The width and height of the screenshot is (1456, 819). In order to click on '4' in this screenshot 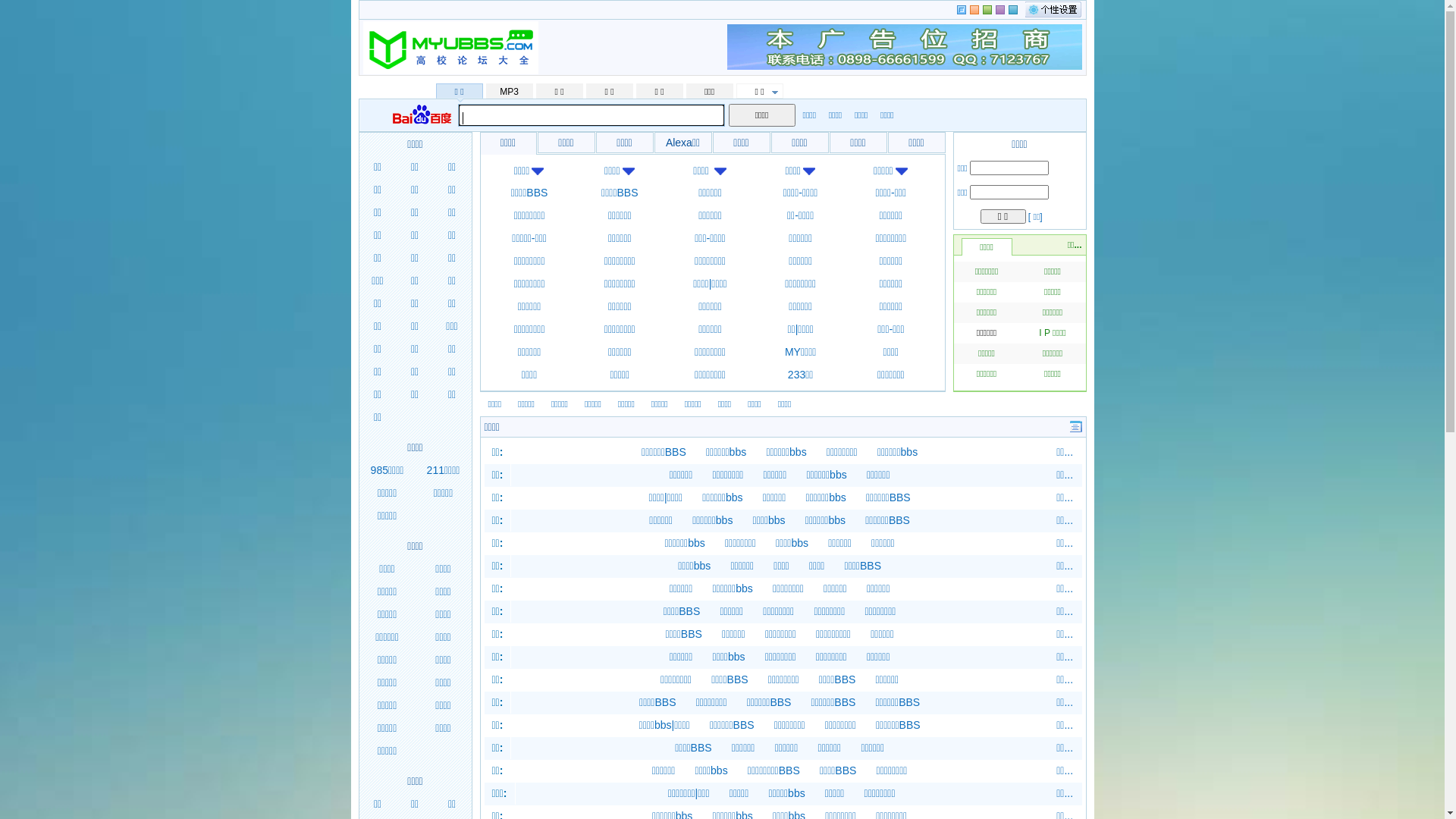, I will do `click(1012, 9)`.